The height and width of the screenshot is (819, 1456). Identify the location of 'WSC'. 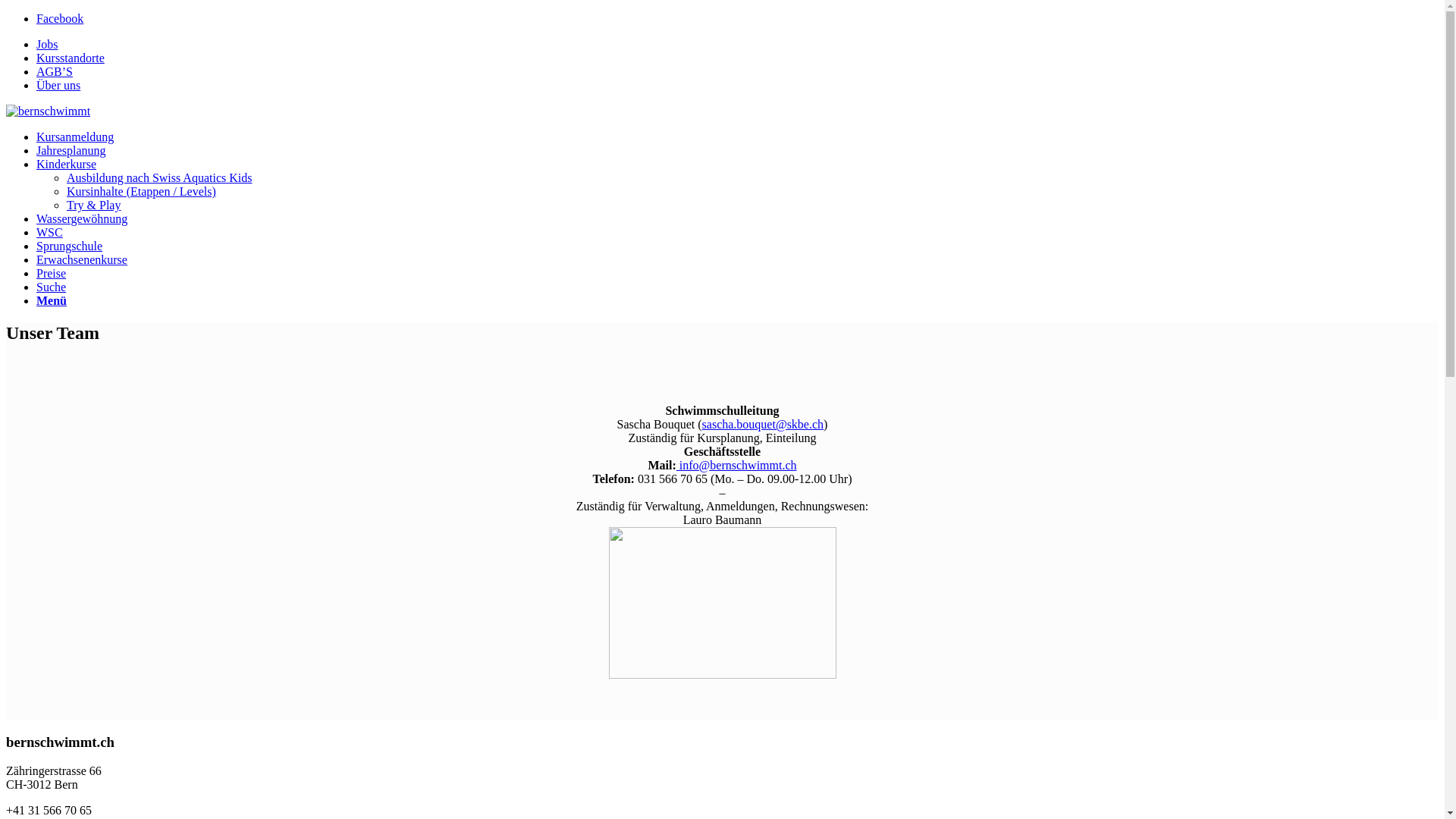
(49, 232).